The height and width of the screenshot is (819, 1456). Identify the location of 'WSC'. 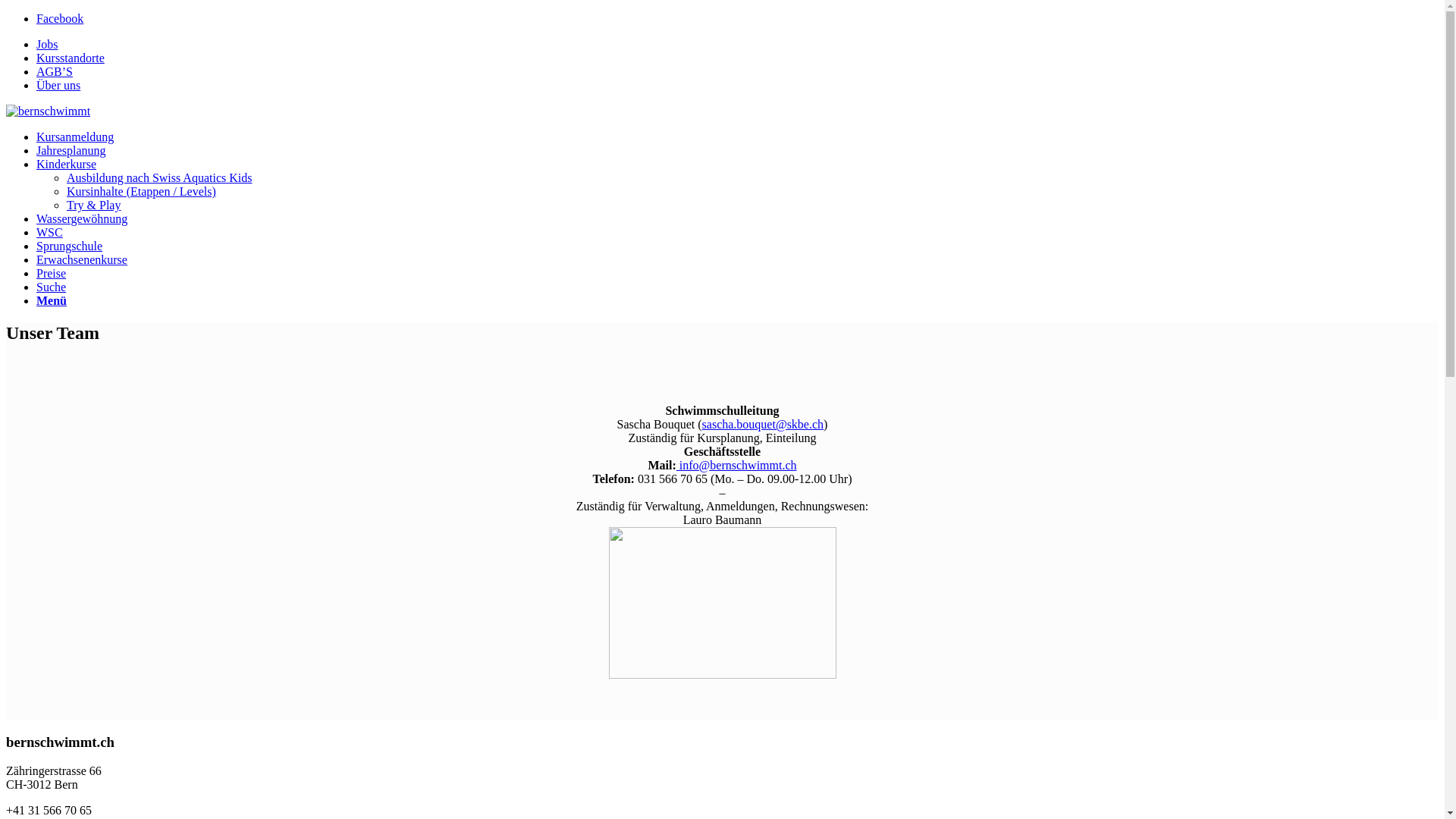
(49, 232).